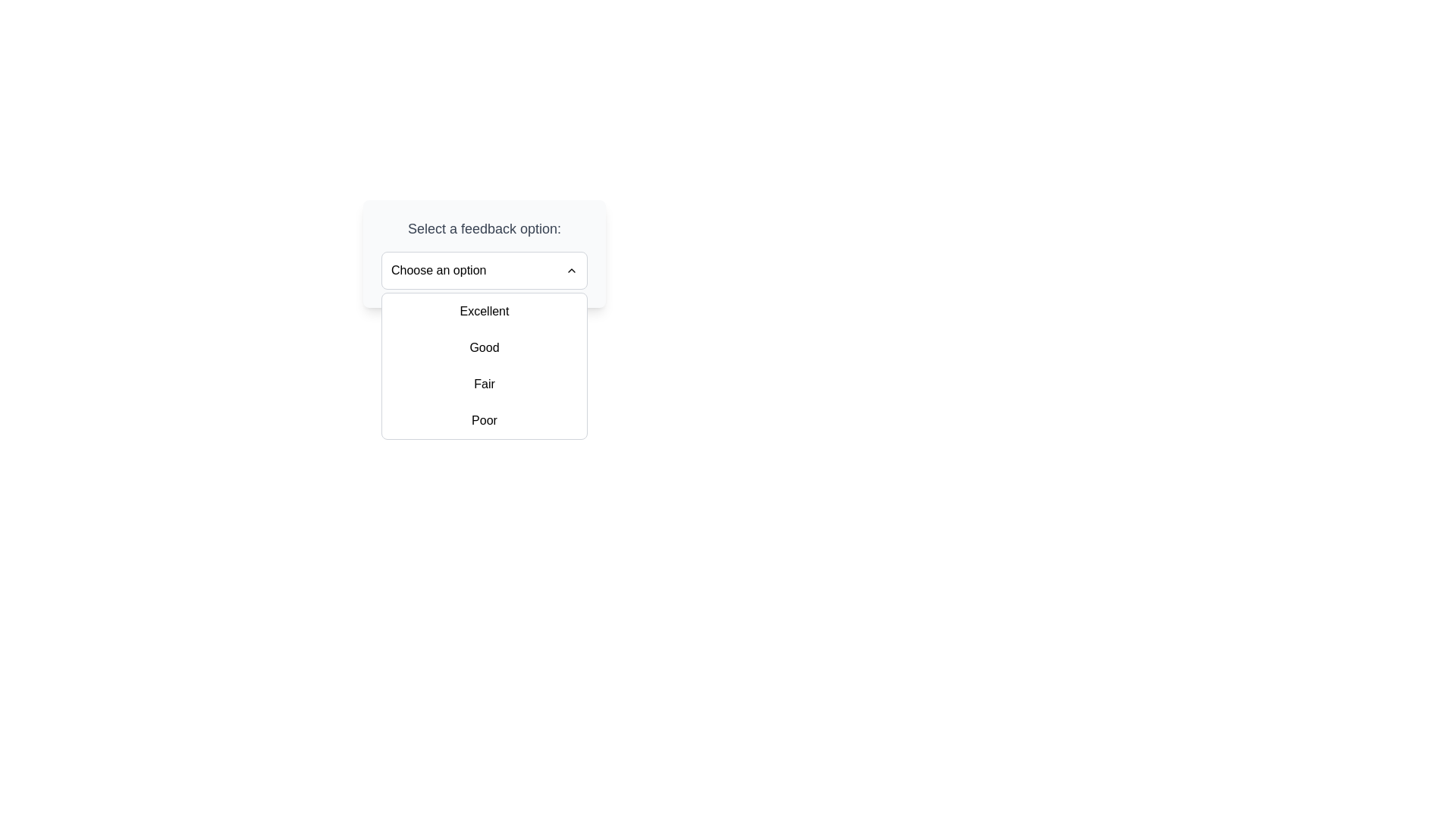  I want to click on the dropdown menu labeled 'Select a feedback option:', so click(483, 253).